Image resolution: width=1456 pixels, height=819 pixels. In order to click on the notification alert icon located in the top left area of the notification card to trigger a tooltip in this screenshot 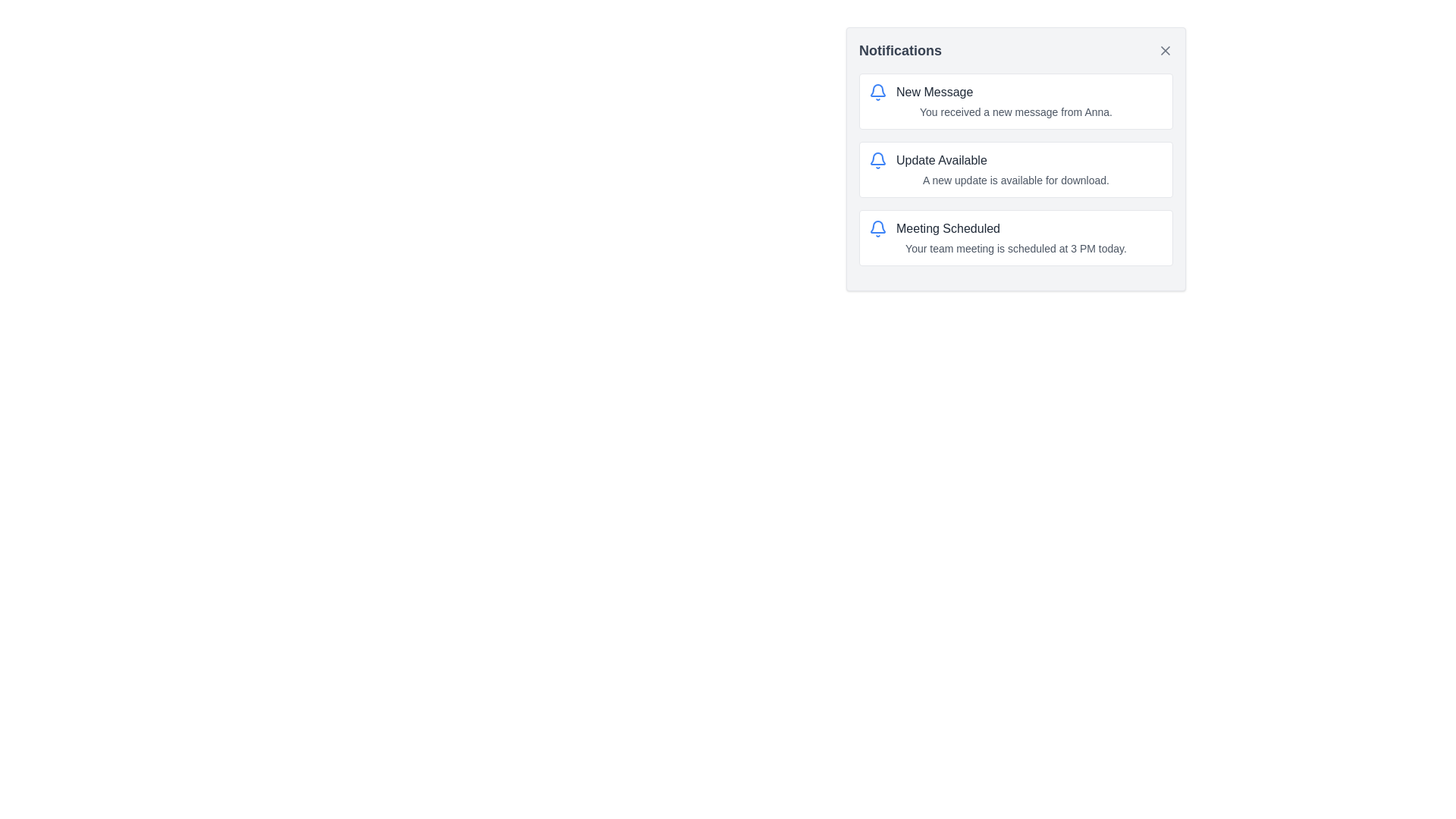, I will do `click(877, 228)`.